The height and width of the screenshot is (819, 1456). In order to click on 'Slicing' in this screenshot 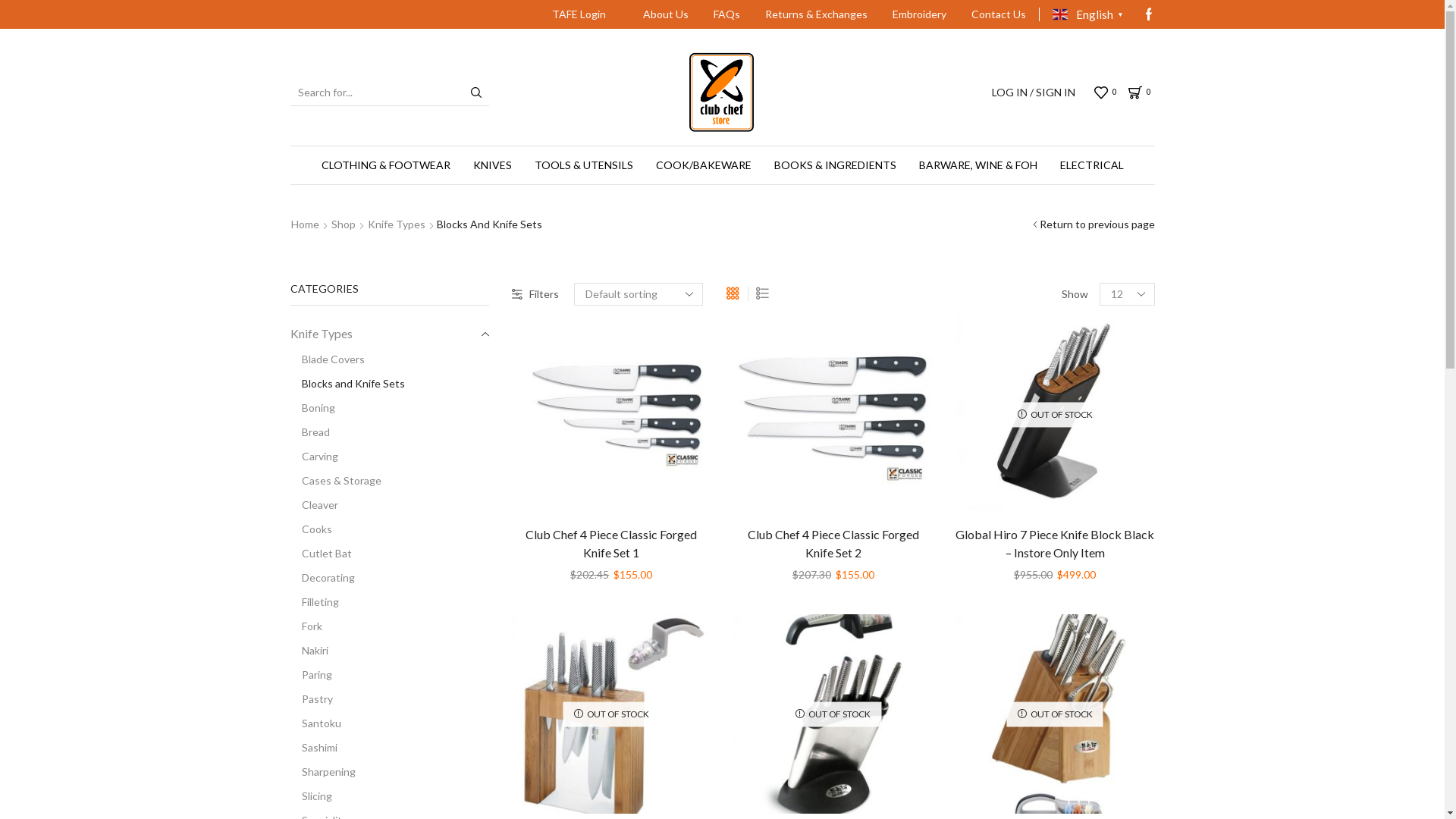, I will do `click(290, 795)`.